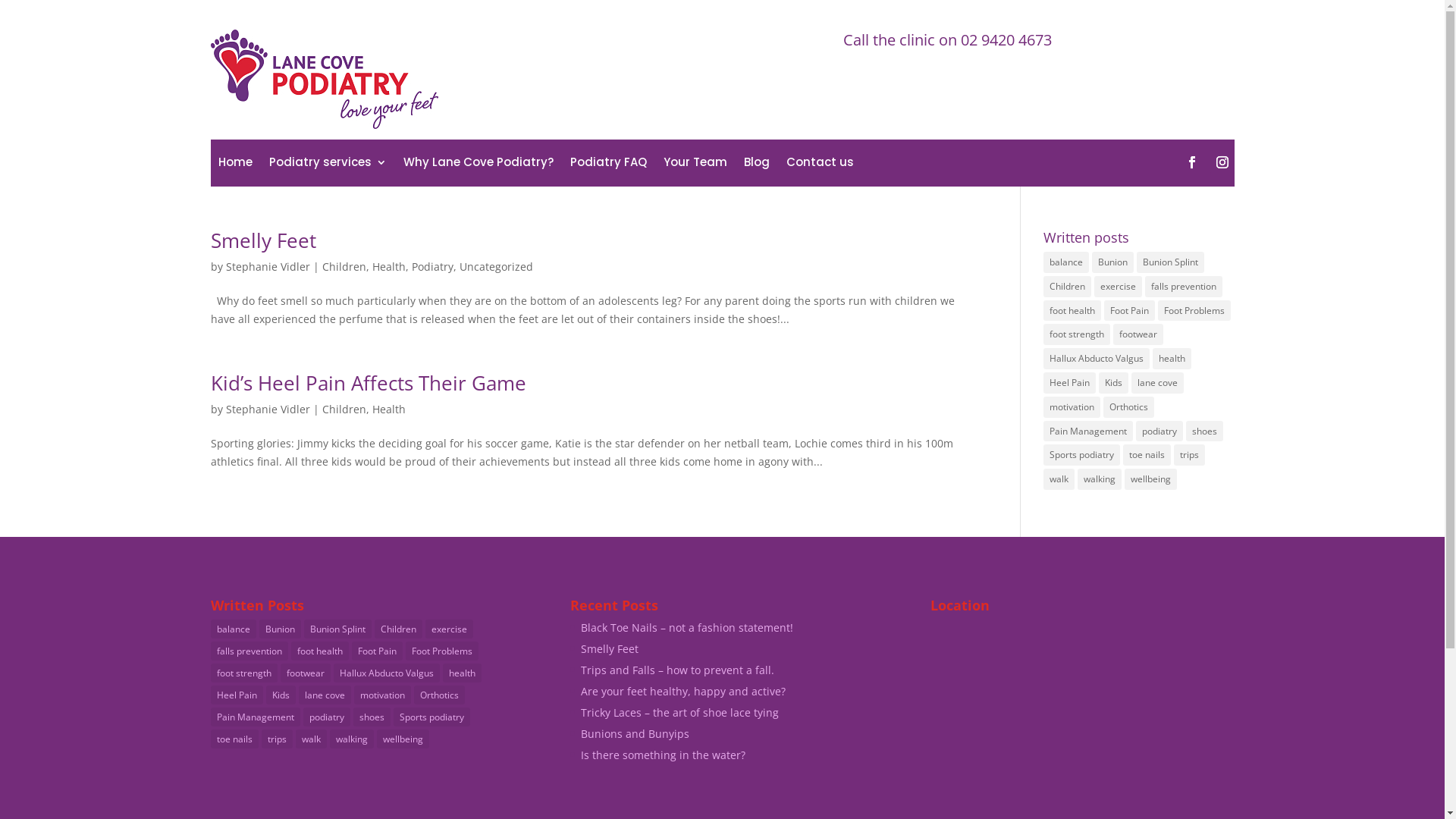 This screenshot has width=1456, height=819. I want to click on 'Podiatrist logo2', so click(323, 79).